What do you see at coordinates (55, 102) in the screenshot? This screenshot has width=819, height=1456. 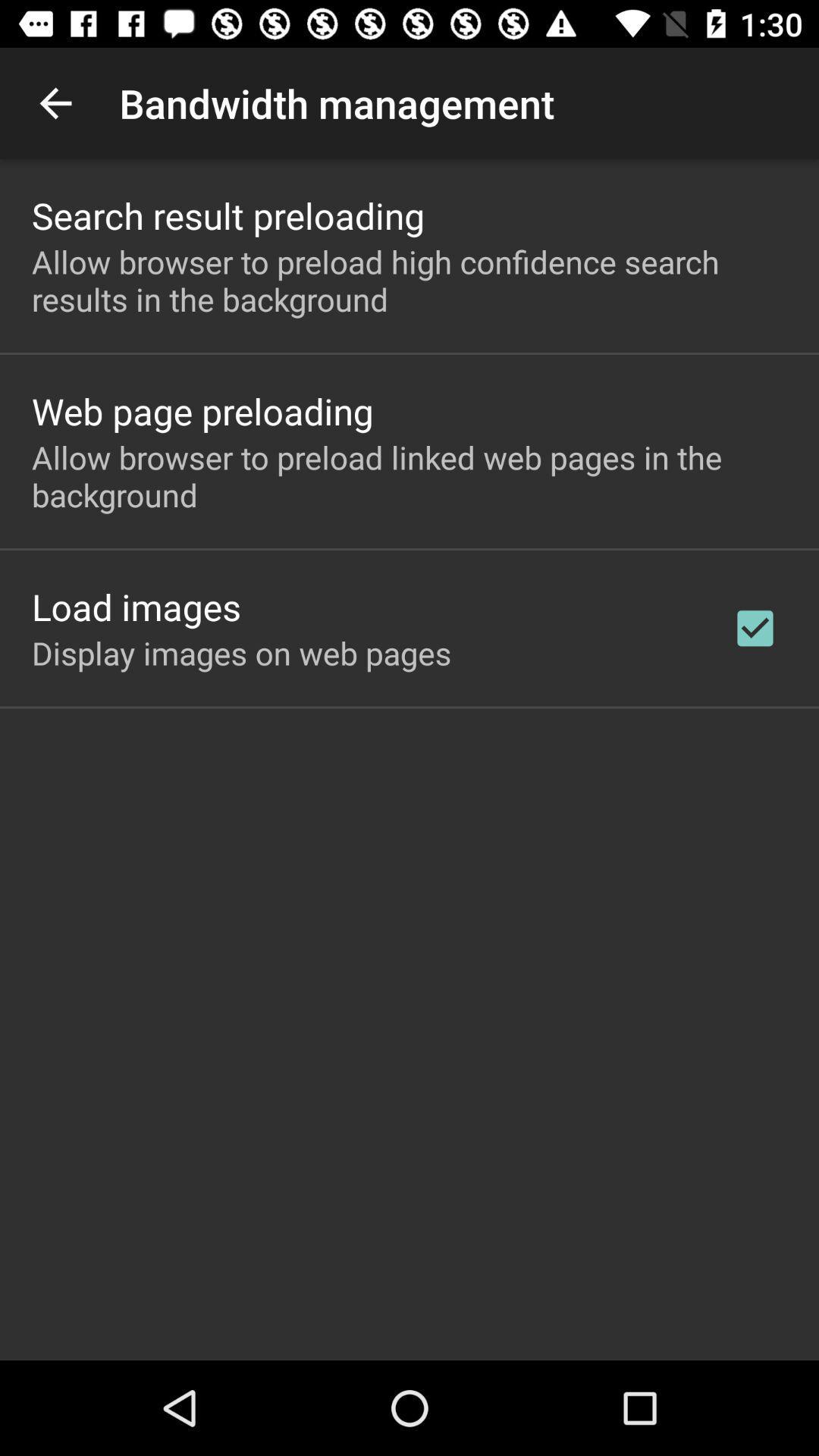 I see `the item above the search result preloading item` at bounding box center [55, 102].